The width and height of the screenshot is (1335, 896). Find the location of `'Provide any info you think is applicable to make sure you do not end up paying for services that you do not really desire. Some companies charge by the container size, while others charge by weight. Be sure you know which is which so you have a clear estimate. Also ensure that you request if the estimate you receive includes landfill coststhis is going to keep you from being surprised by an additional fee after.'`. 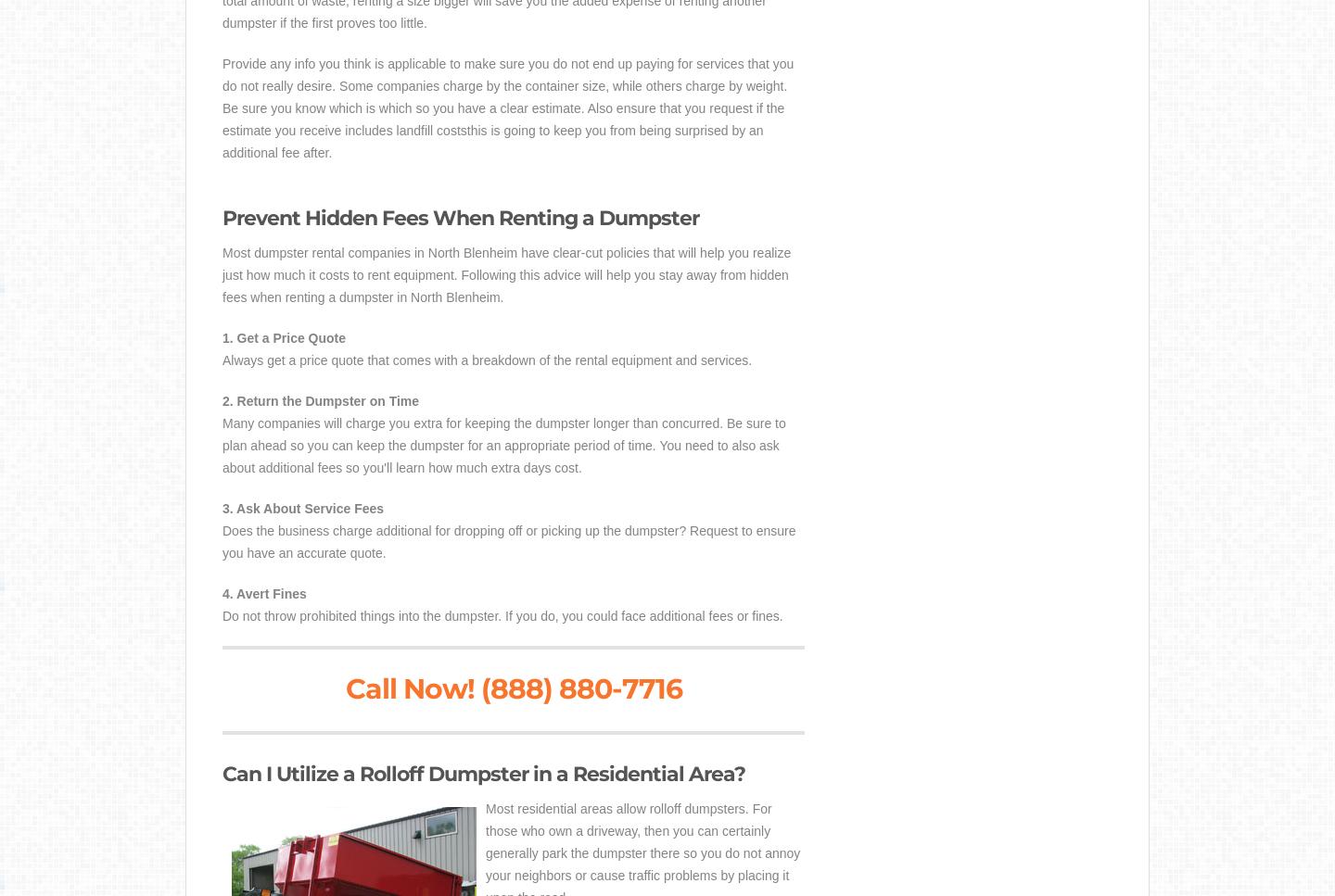

'Provide any info you think is applicable to make sure you do not end up paying for services that you do not really desire. Some companies charge by the container size, while others charge by weight. Be sure you know which is which so you have a clear estimate. Also ensure that you request if the estimate you receive includes landfill coststhis is going to keep you from being surprised by an additional fee after.' is located at coordinates (508, 107).